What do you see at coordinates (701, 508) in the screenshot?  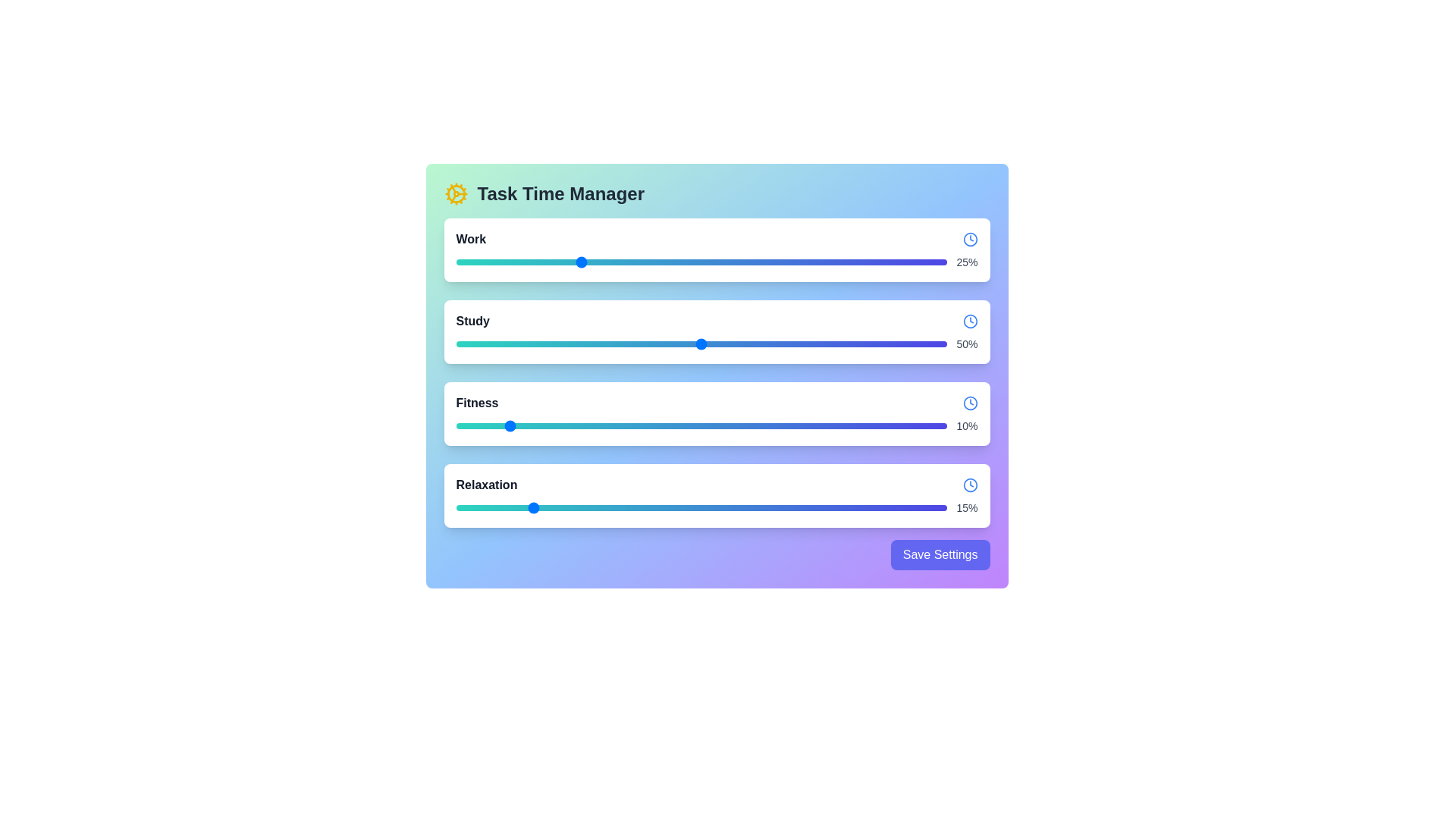 I see `the slider for Relaxation to view its tooltip` at bounding box center [701, 508].